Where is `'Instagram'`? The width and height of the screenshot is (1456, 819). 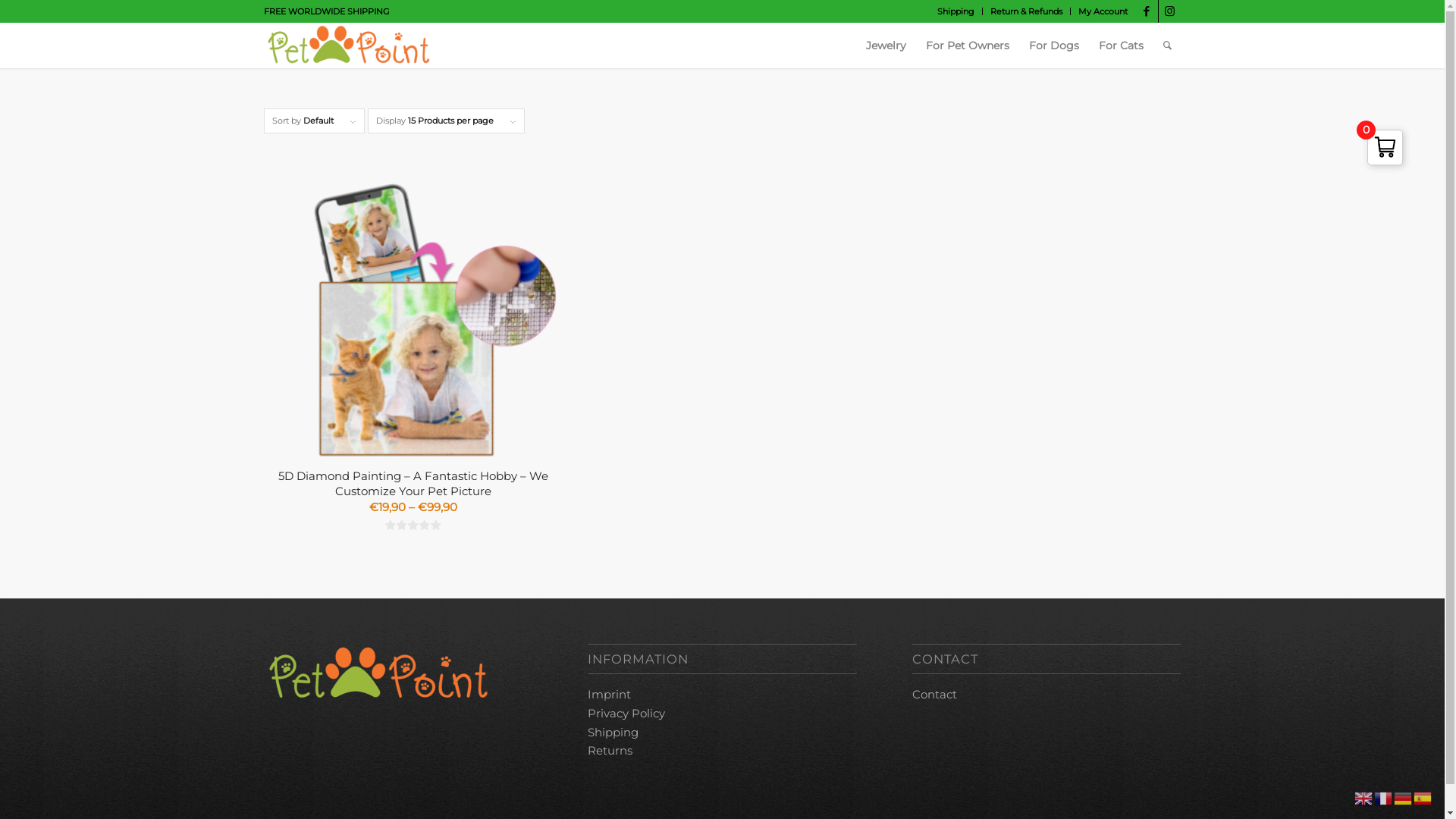 'Instagram' is located at coordinates (1157, 11).